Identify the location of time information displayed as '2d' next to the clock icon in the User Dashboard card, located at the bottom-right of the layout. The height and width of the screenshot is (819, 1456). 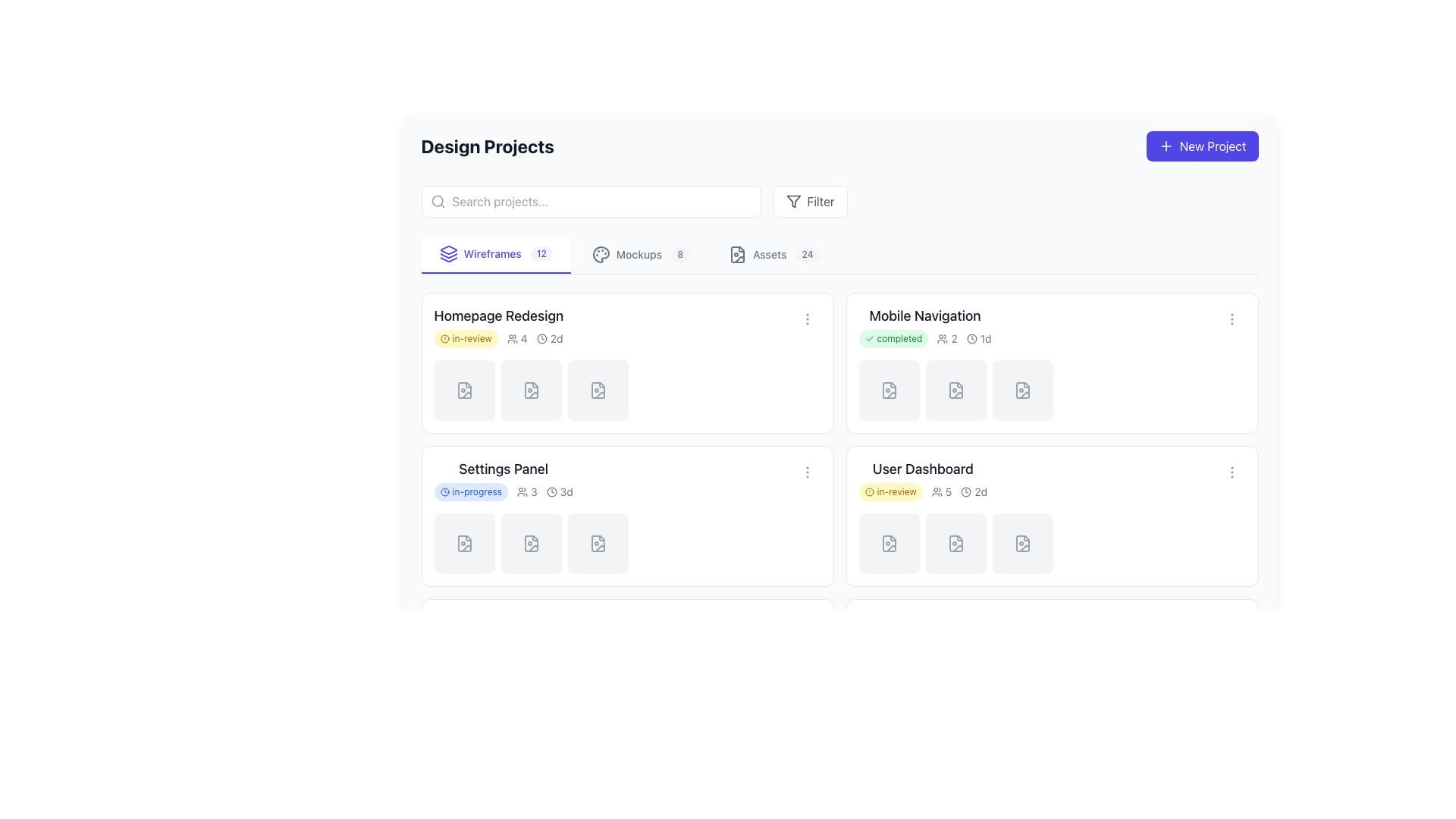
(974, 491).